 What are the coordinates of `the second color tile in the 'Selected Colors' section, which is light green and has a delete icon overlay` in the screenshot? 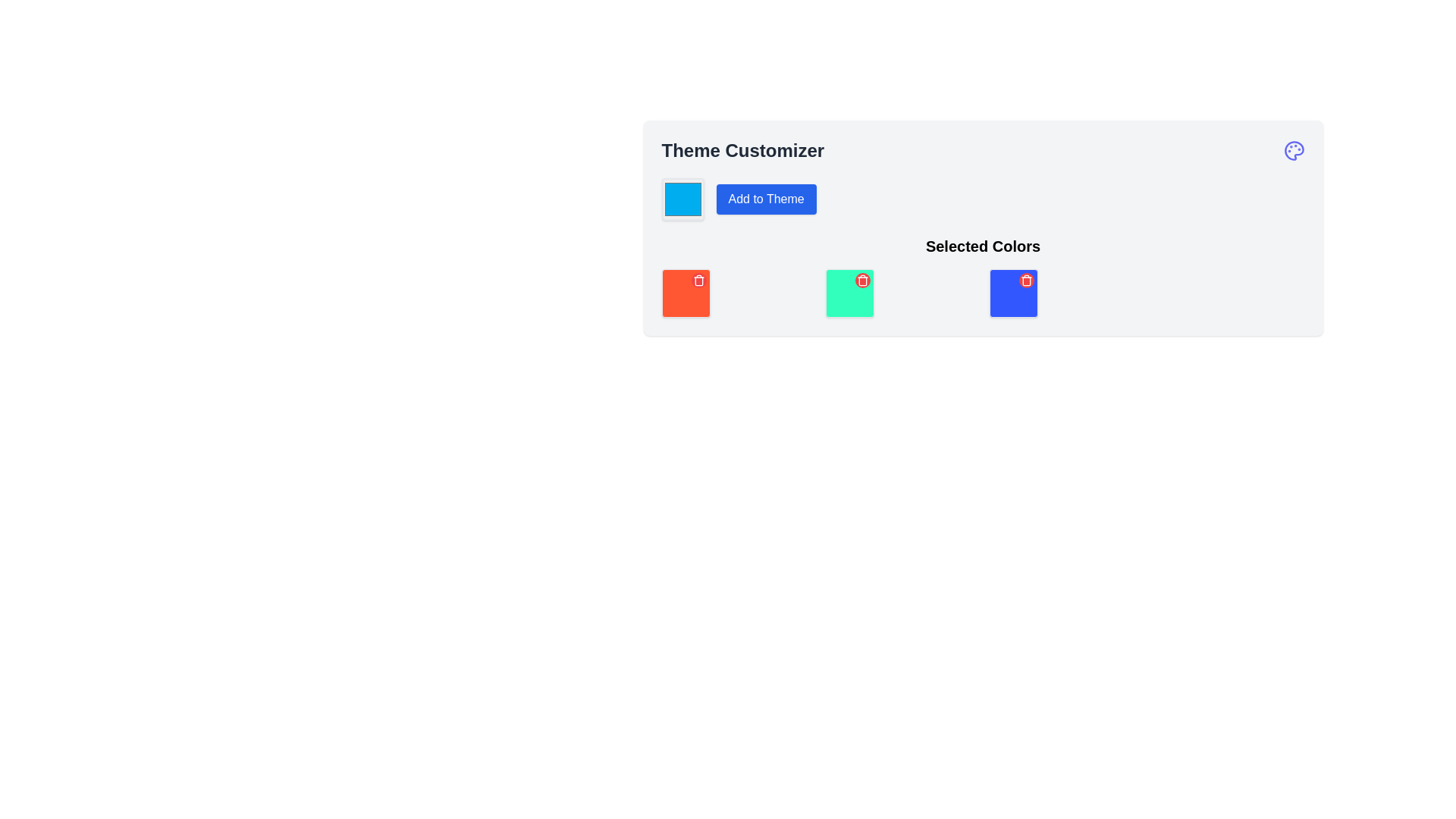 It's located at (849, 293).